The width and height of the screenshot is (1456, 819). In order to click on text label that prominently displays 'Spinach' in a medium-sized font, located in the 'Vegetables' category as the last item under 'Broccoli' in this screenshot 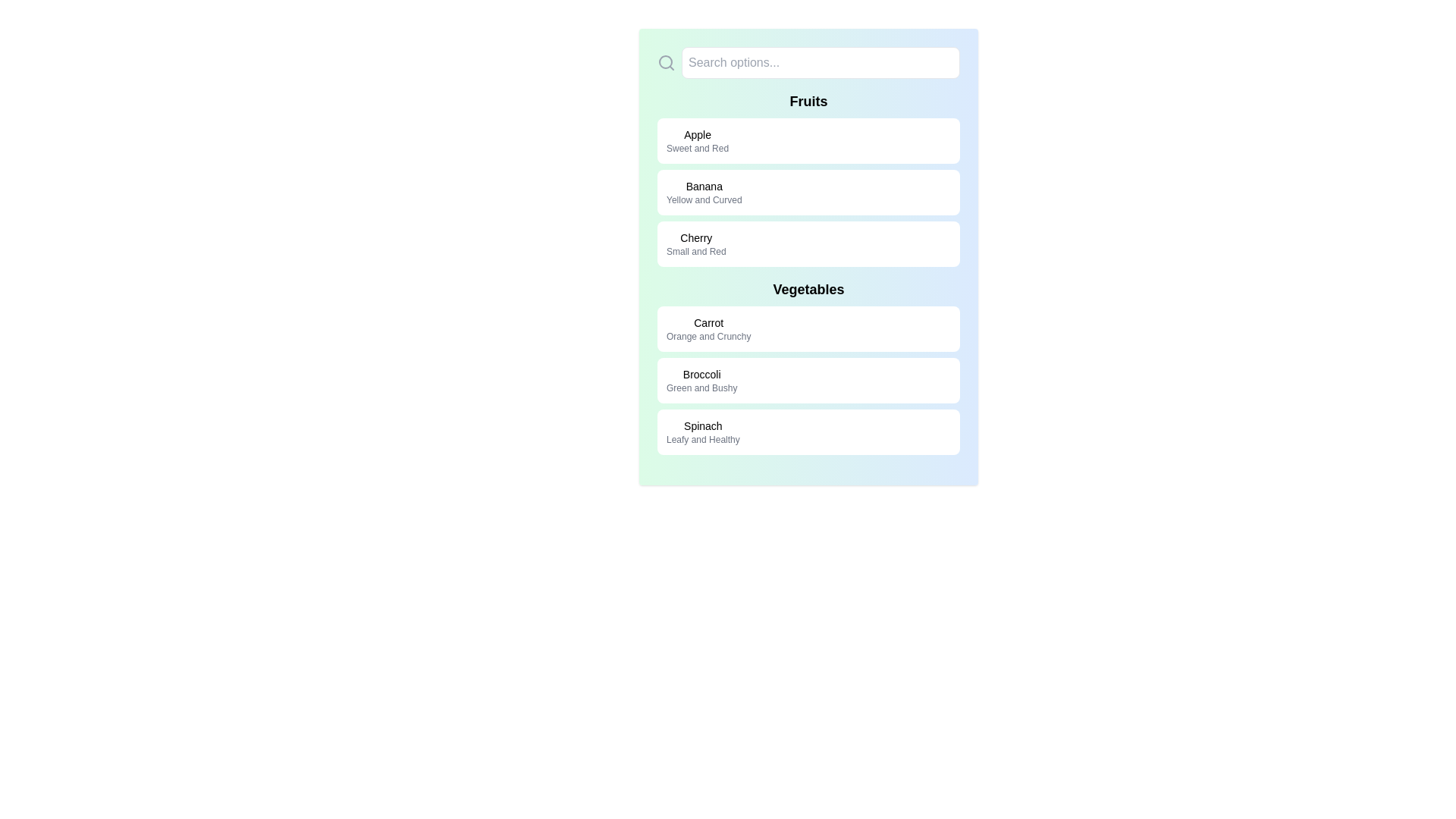, I will do `click(702, 426)`.